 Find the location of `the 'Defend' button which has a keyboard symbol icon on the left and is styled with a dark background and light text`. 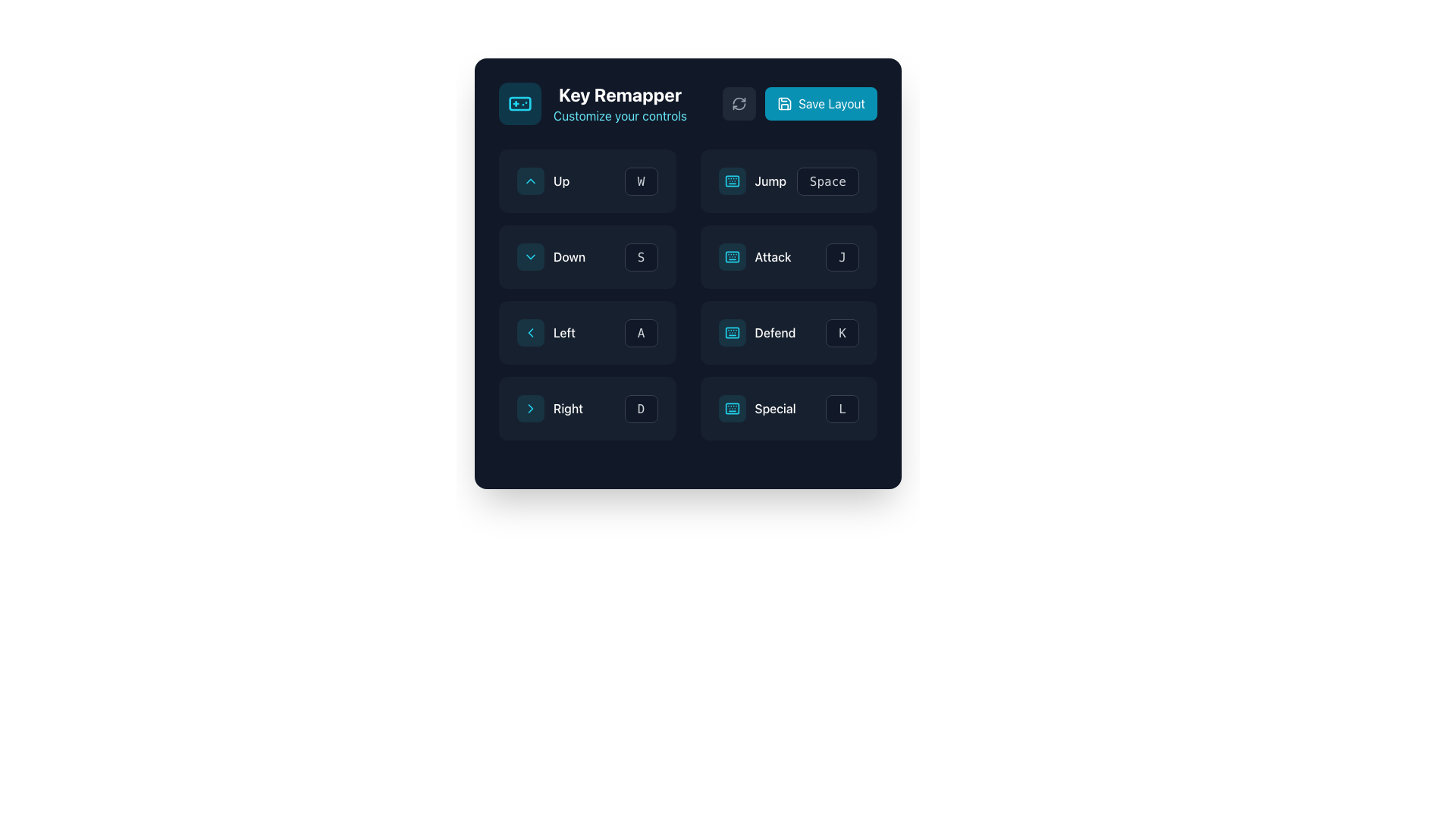

the 'Defend' button which has a keyboard symbol icon on the left and is styled with a dark background and light text is located at coordinates (757, 332).